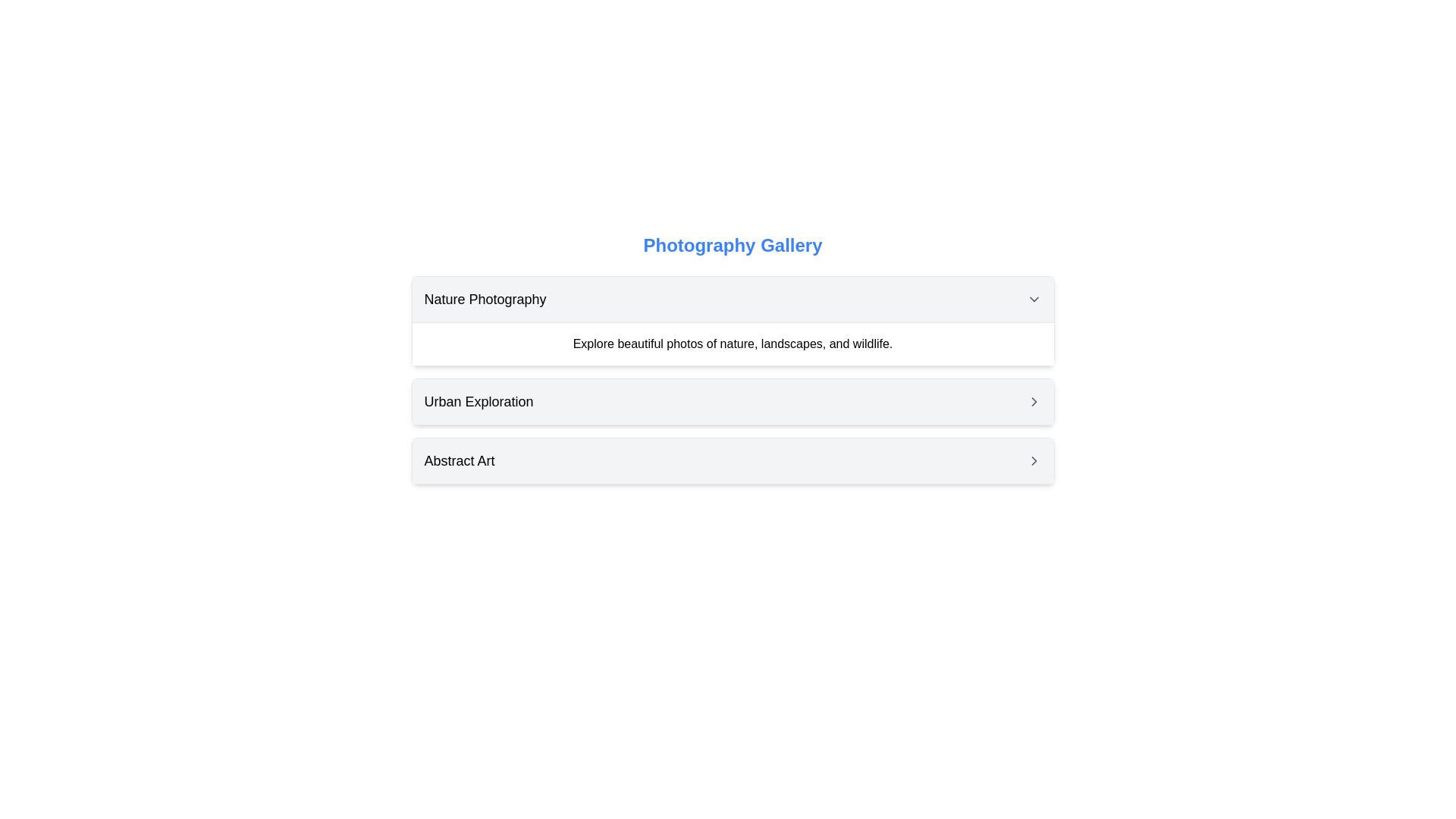 This screenshot has width=1456, height=819. Describe the element at coordinates (733, 460) in the screenshot. I see `the 'Abstract Art' button, which is the last button in the vertical stack under 'Photography Gallery', to interact with its hover effect` at that location.